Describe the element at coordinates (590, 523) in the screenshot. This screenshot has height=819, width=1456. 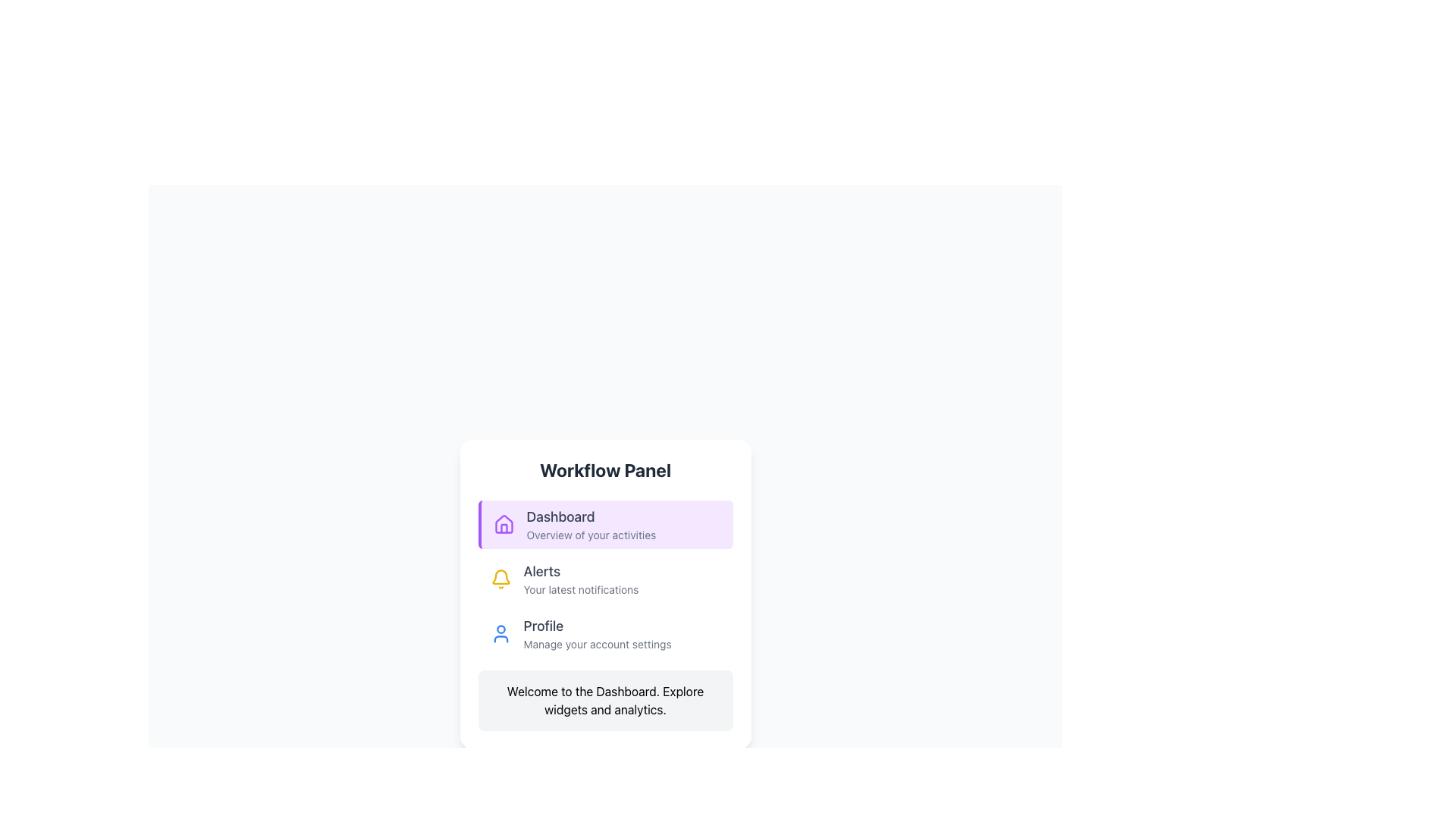
I see `the 'Dashboard' text label, which is part of the Workflow Panel and indicates an overview of activities` at that location.